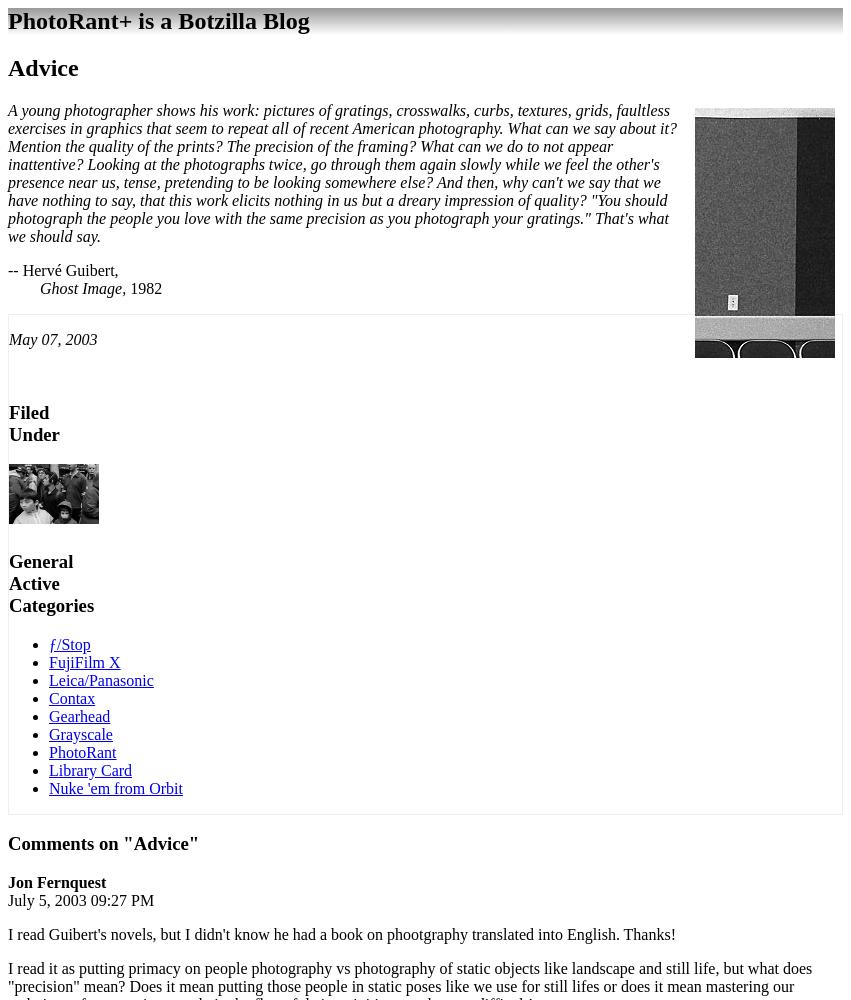 The image size is (851, 1000). What do you see at coordinates (41, 560) in the screenshot?
I see `'General'` at bounding box center [41, 560].